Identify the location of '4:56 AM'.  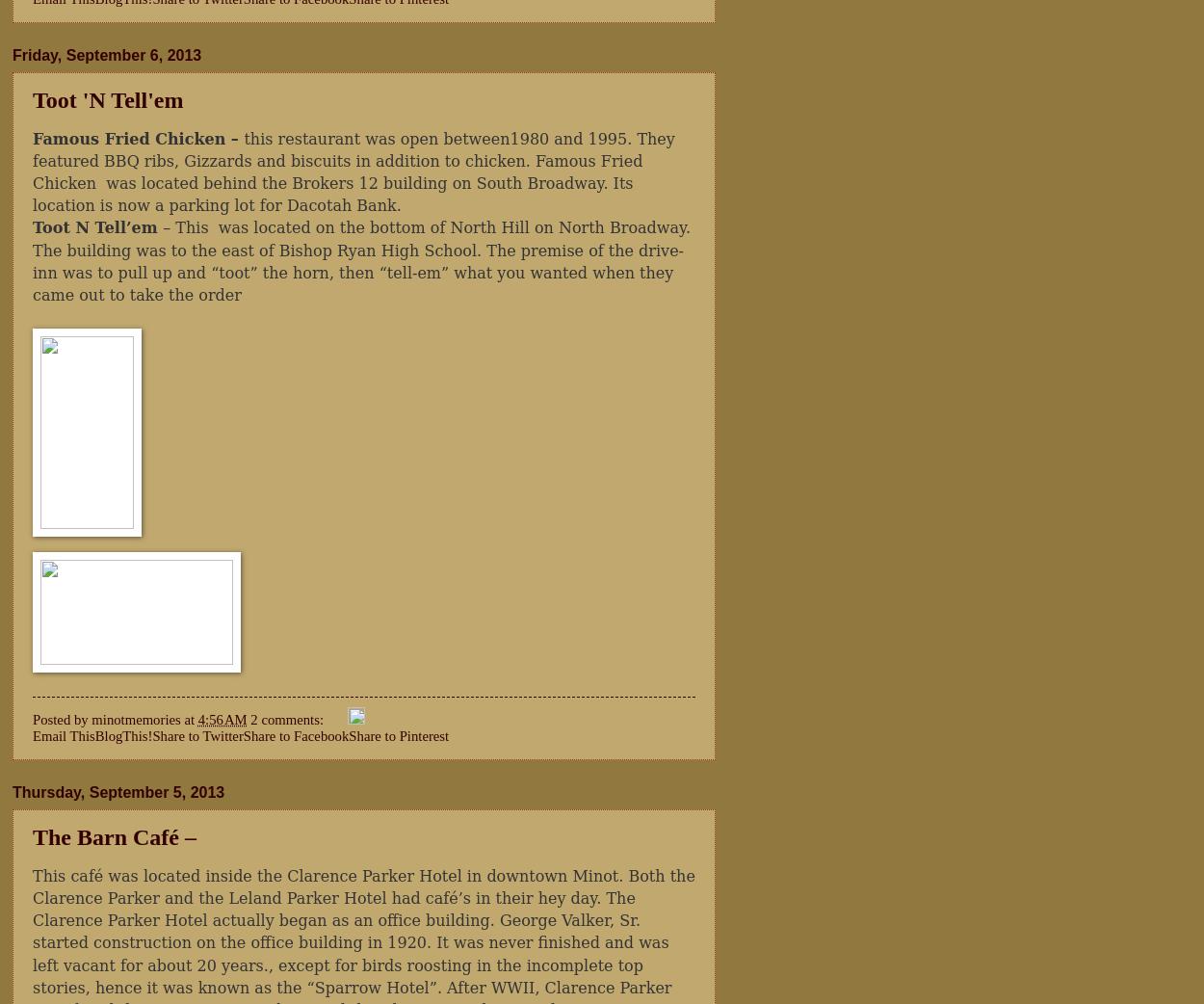
(196, 719).